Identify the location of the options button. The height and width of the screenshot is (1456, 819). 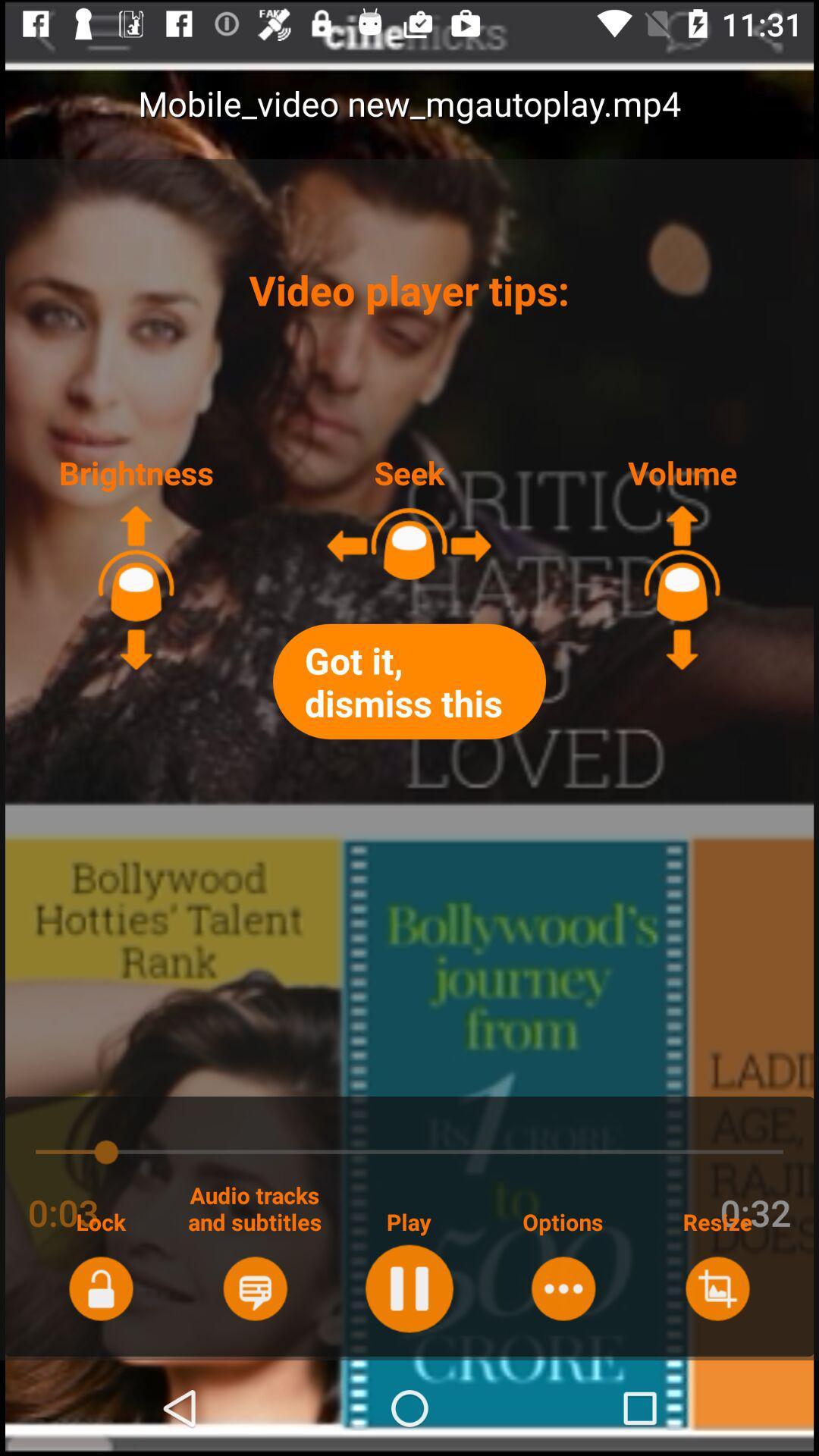
(563, 1288).